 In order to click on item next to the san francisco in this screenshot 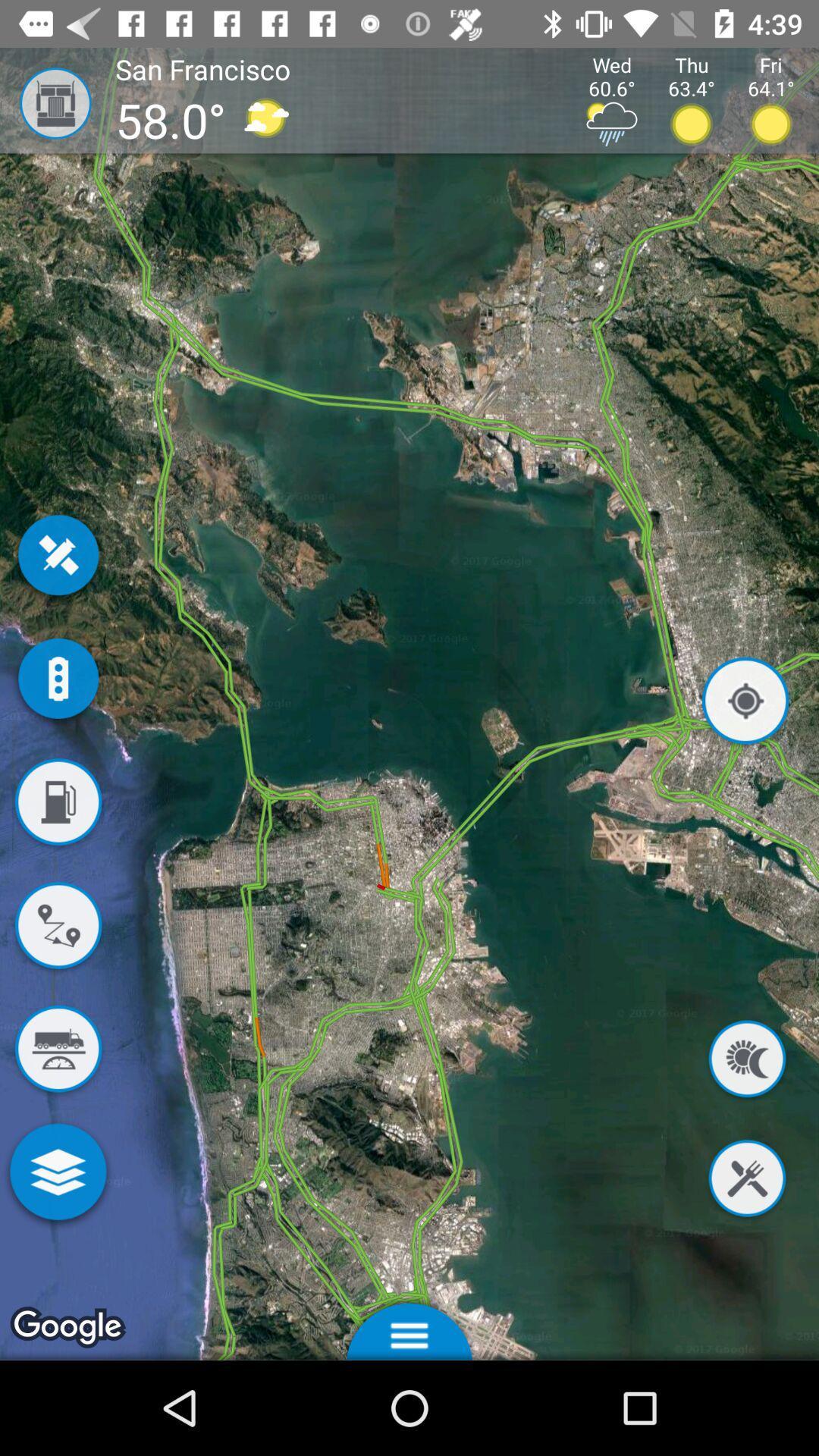, I will do `click(45, 102)`.